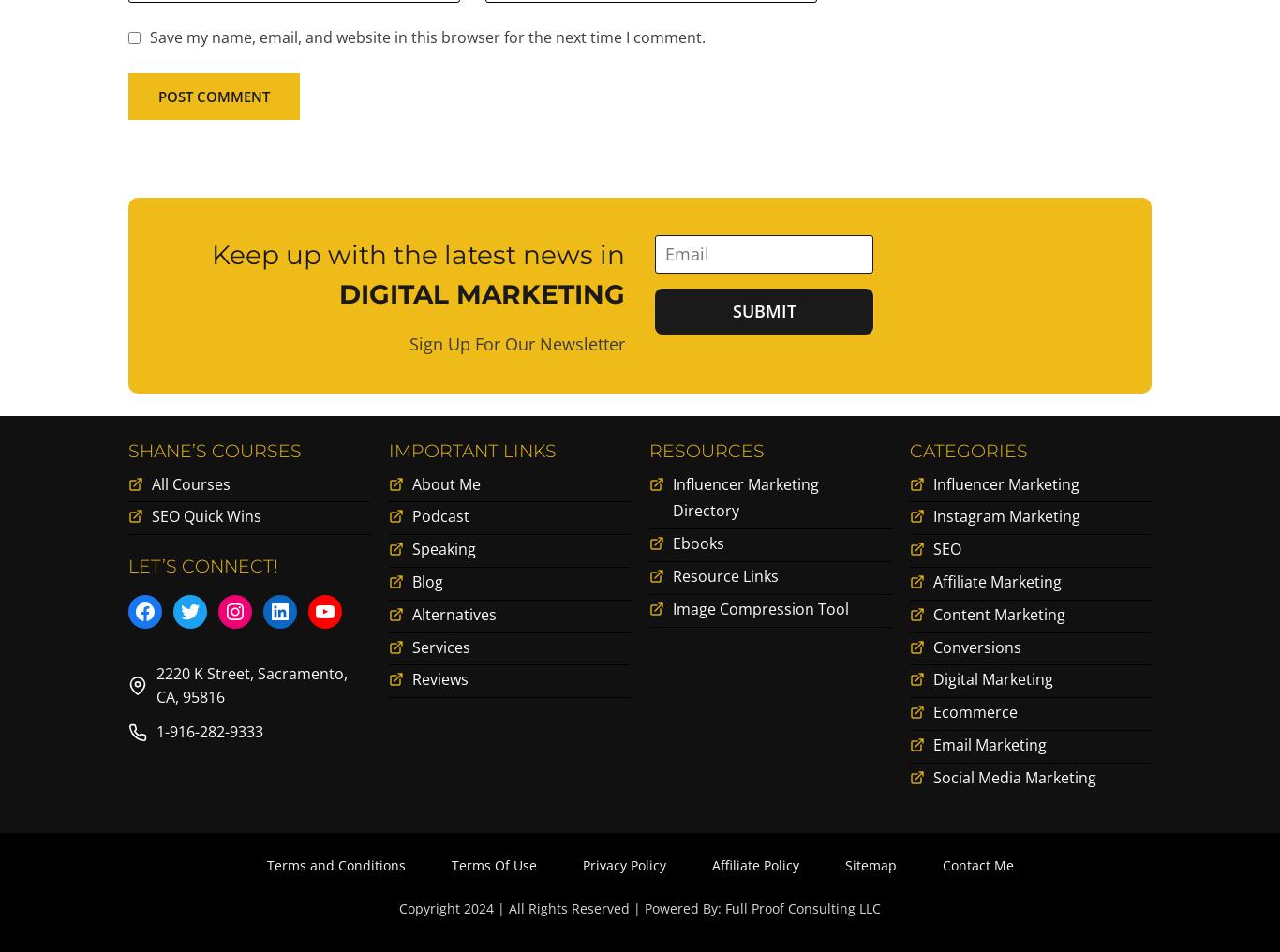 The height and width of the screenshot is (952, 1280). Describe the element at coordinates (425, 36) in the screenshot. I see `'Save my name, email, and website in this browser for the next time I comment.'` at that location.